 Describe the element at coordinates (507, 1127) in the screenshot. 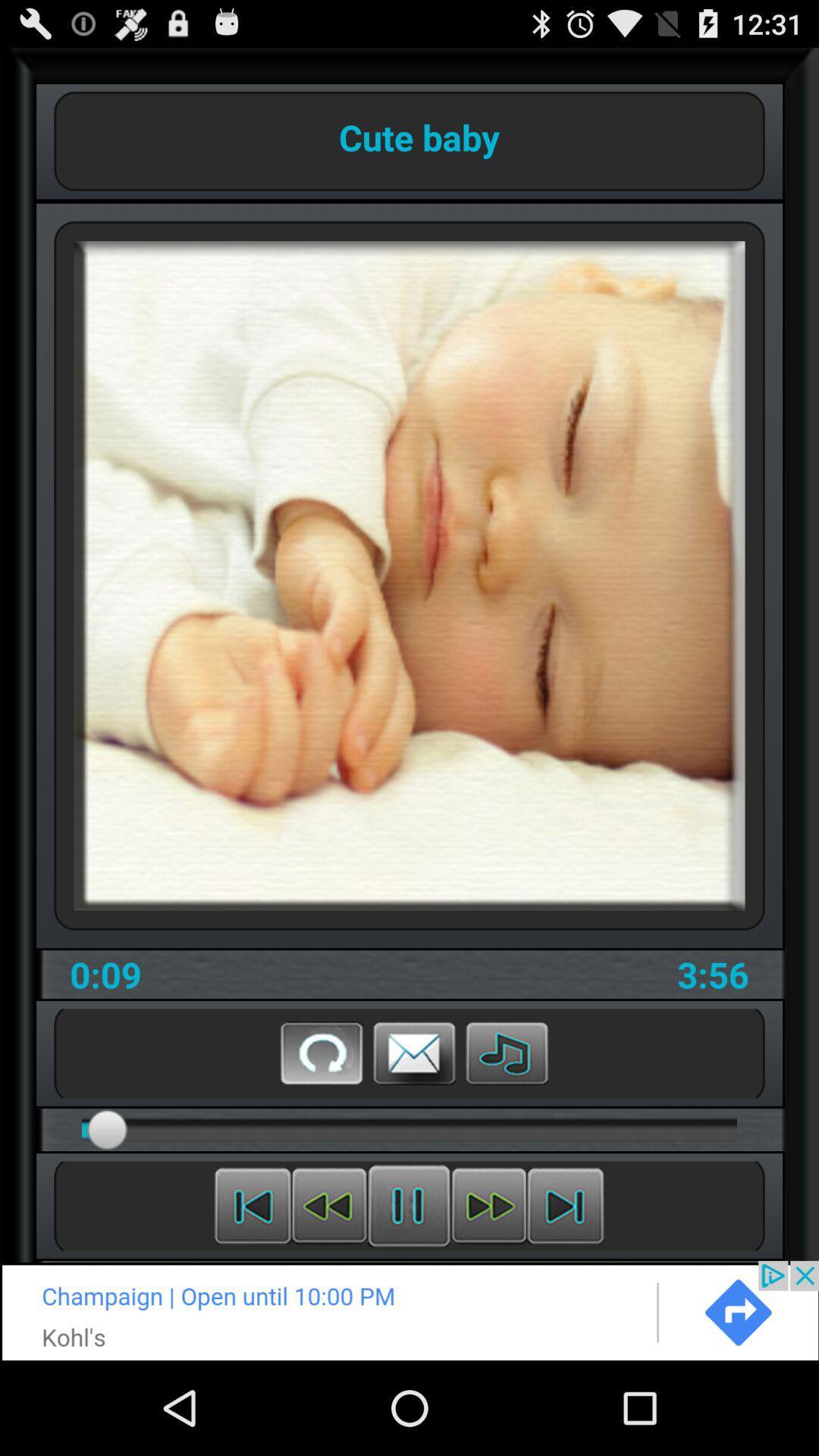

I see `the music icon` at that location.